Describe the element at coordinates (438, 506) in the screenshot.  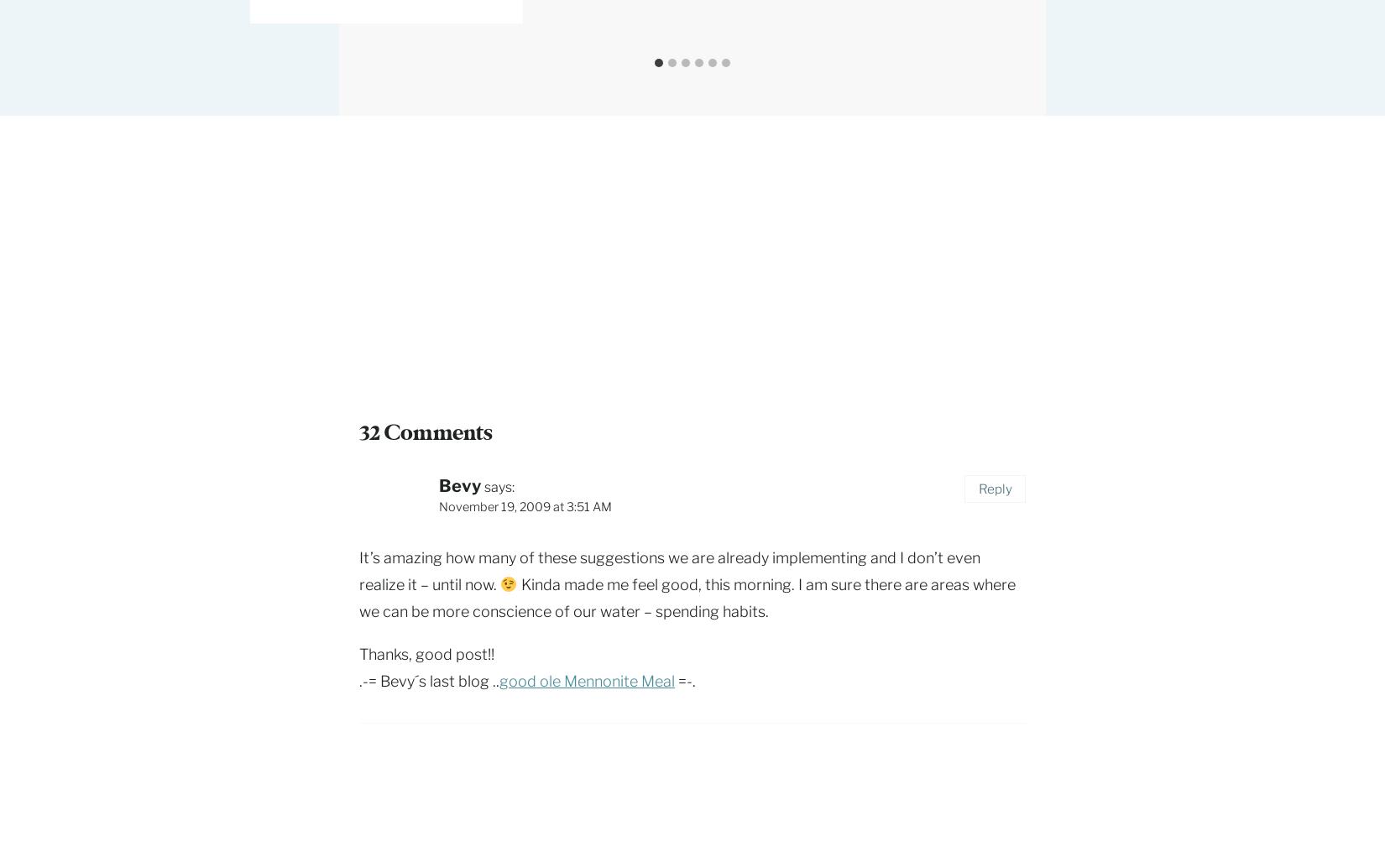
I see `'November 19, 2009 at 3:51 AM'` at that location.